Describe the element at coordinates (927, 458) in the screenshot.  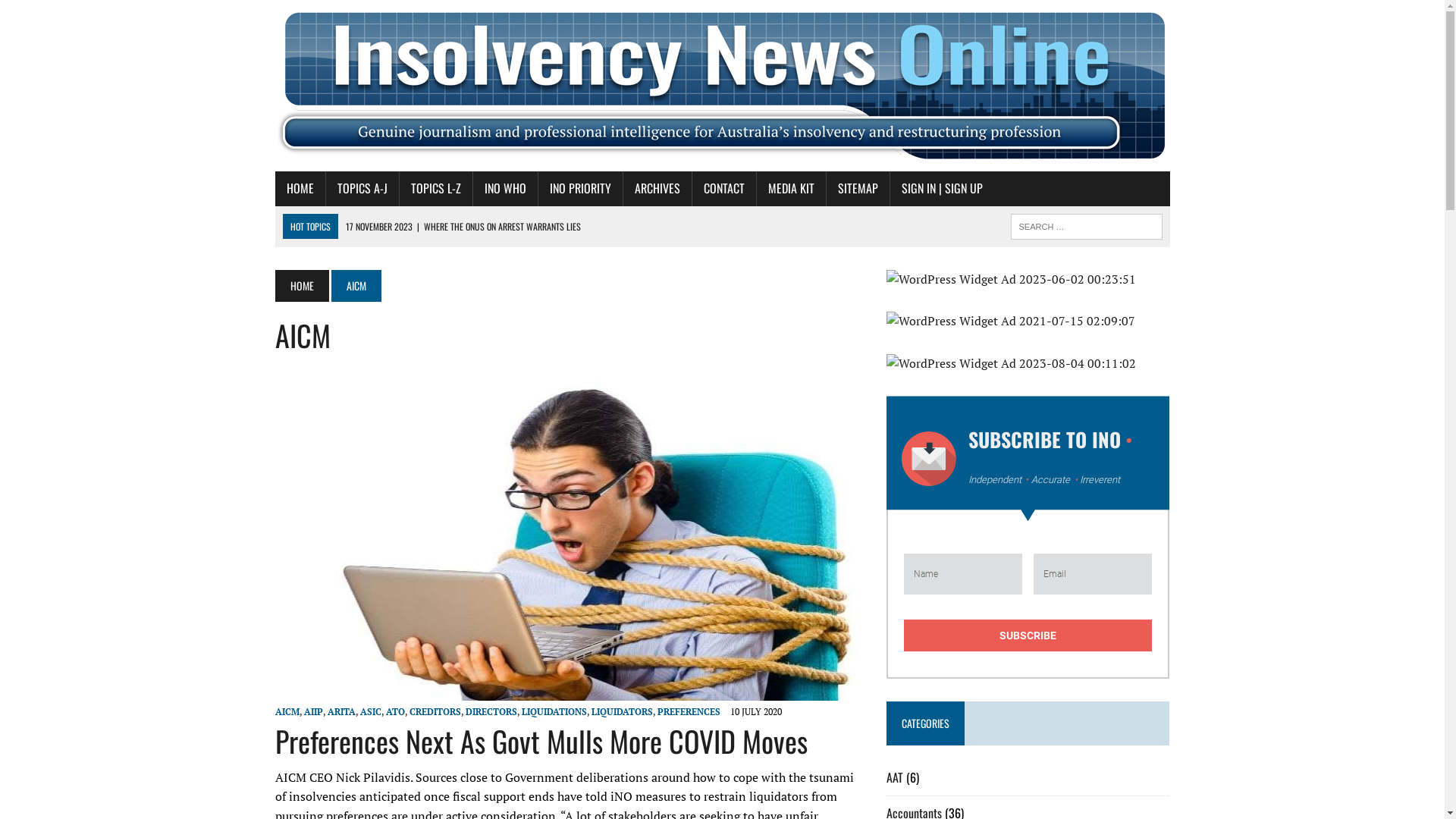
I see `'set_22_icon'` at that location.